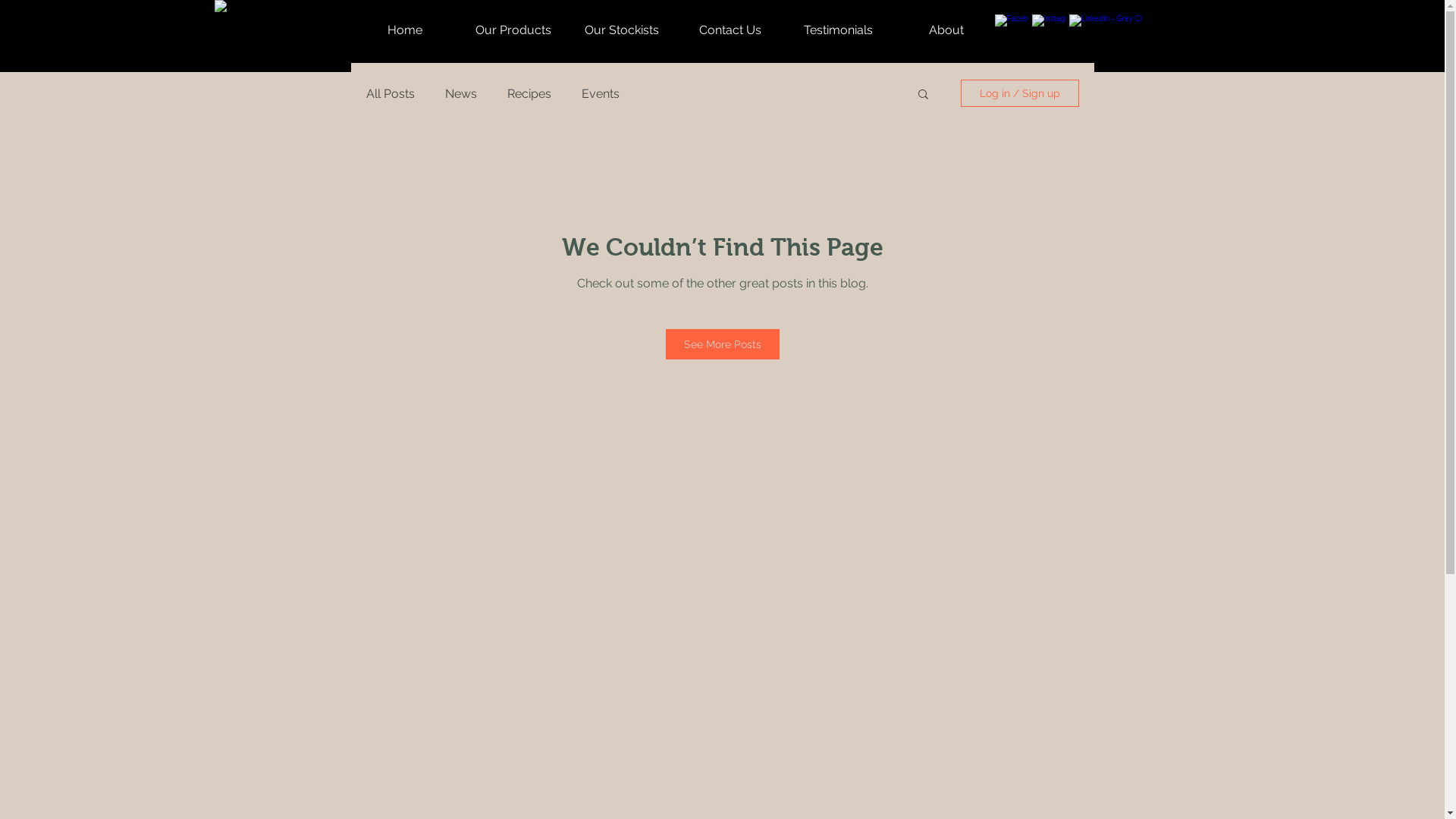  Describe the element at coordinates (528, 93) in the screenshot. I see `'Recipes'` at that location.